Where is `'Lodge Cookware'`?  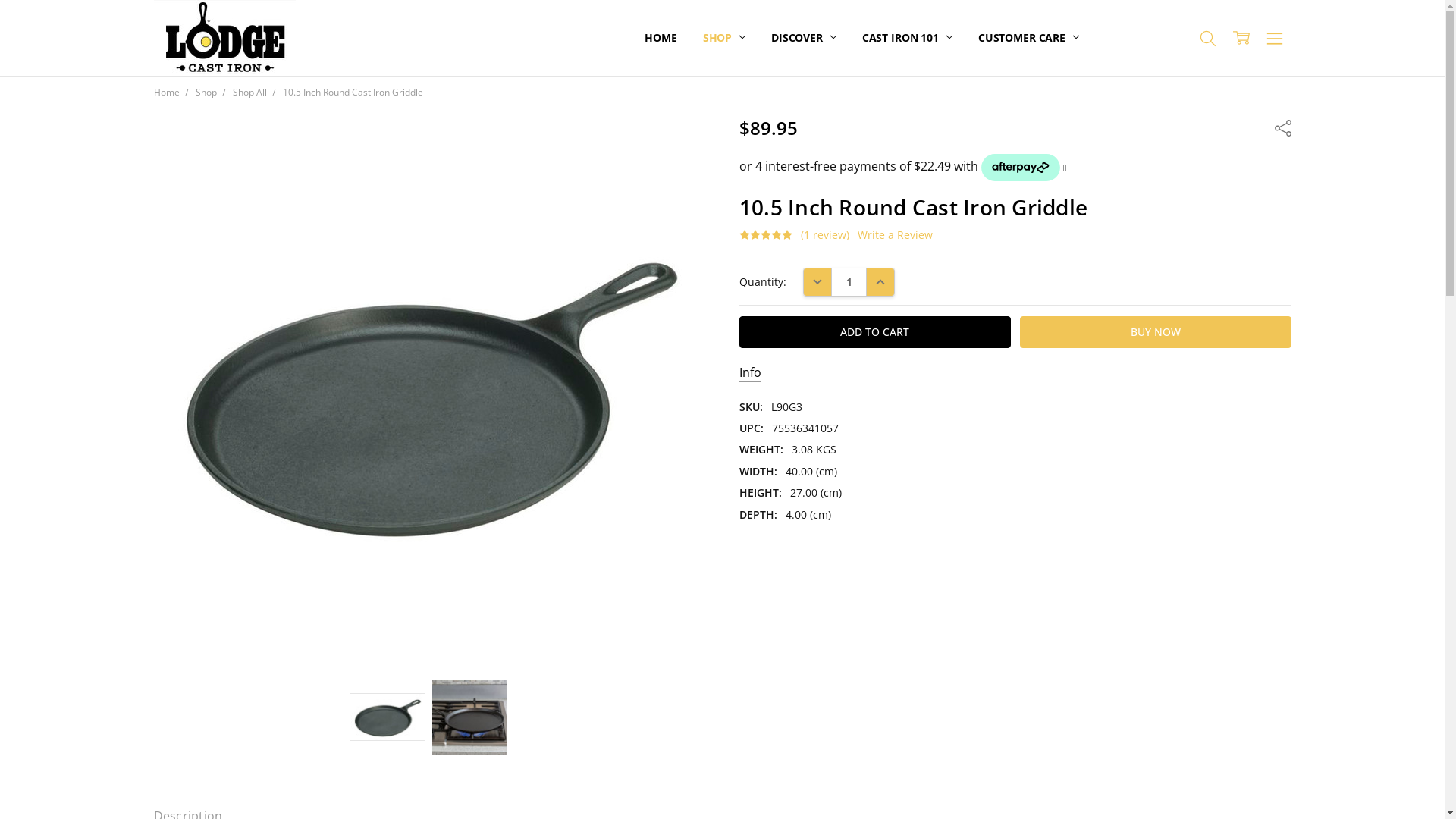
'Lodge Cookware' is located at coordinates (223, 37).